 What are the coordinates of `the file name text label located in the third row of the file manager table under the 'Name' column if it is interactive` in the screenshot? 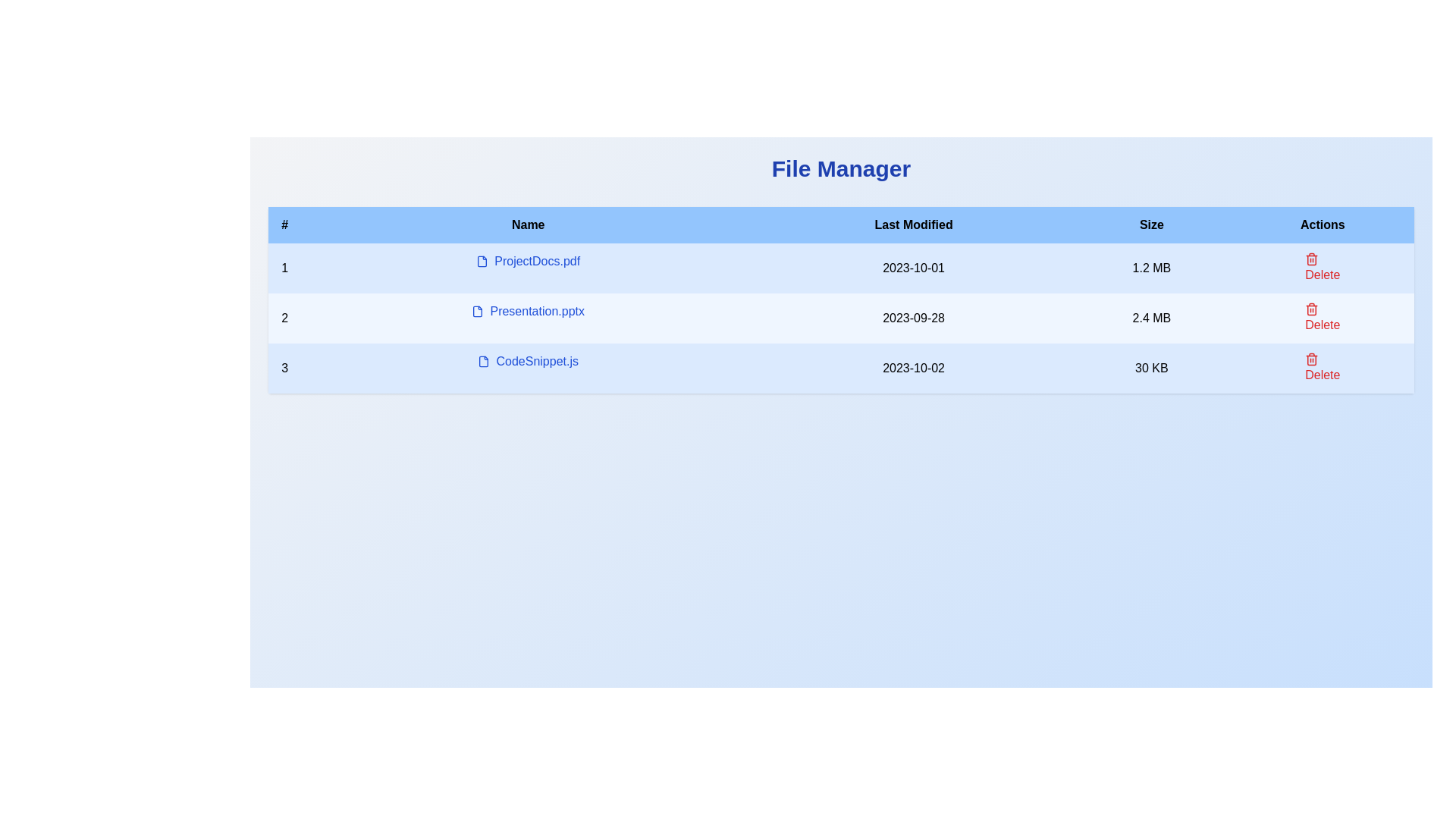 It's located at (528, 362).